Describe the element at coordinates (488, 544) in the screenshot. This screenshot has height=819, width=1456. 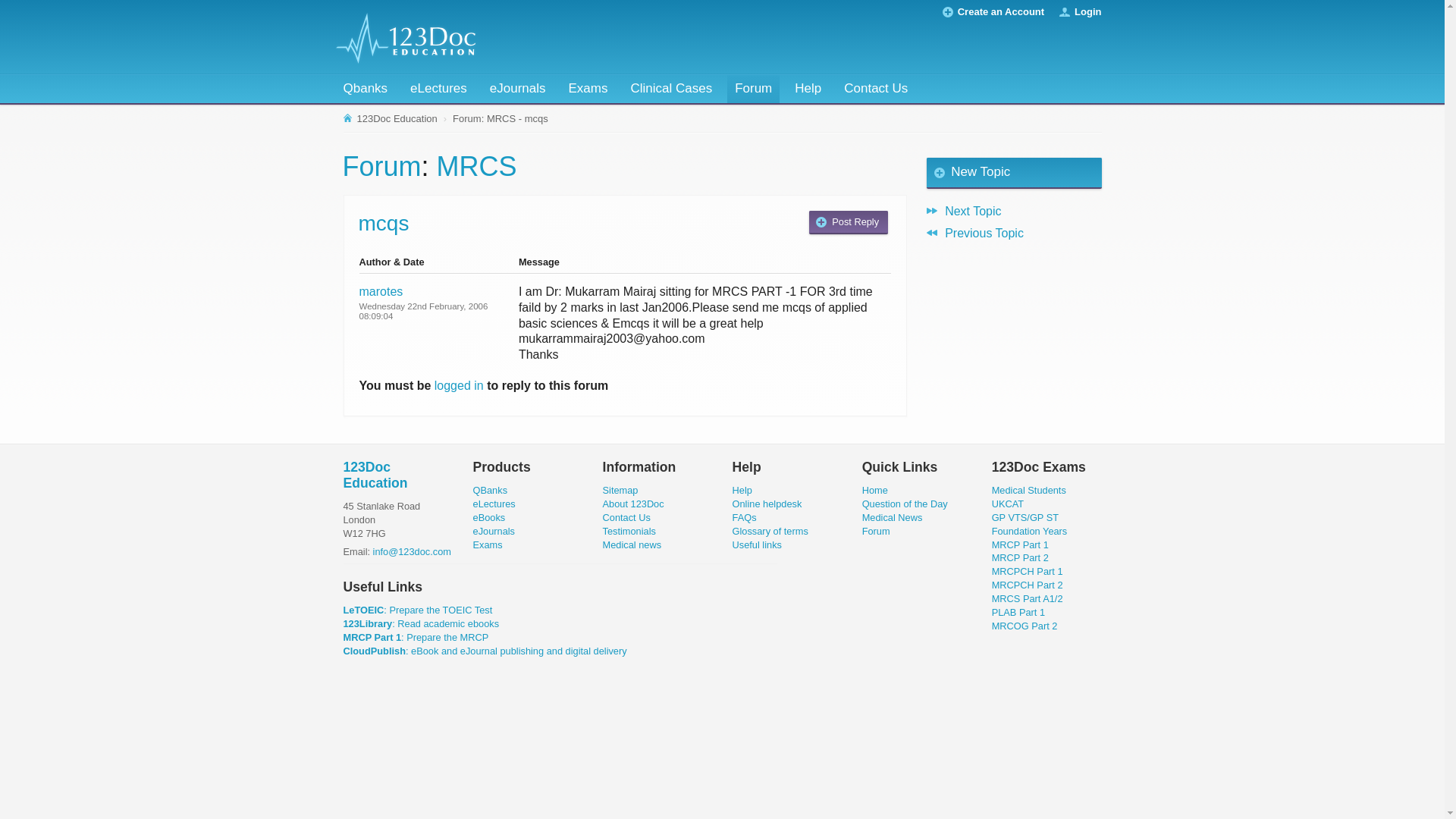
I see `'Exams'` at that location.